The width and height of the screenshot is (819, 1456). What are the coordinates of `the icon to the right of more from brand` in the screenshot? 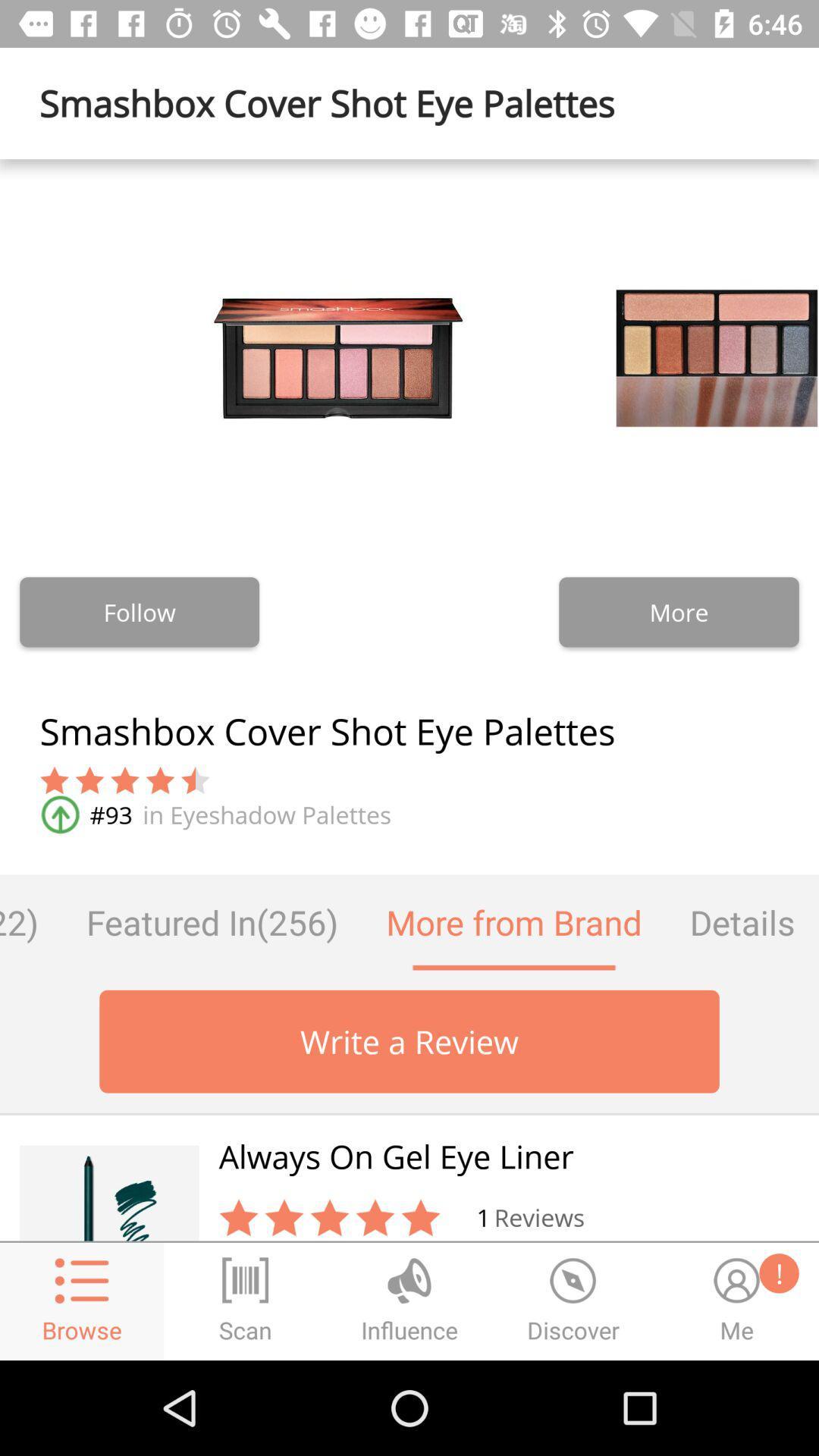 It's located at (742, 921).